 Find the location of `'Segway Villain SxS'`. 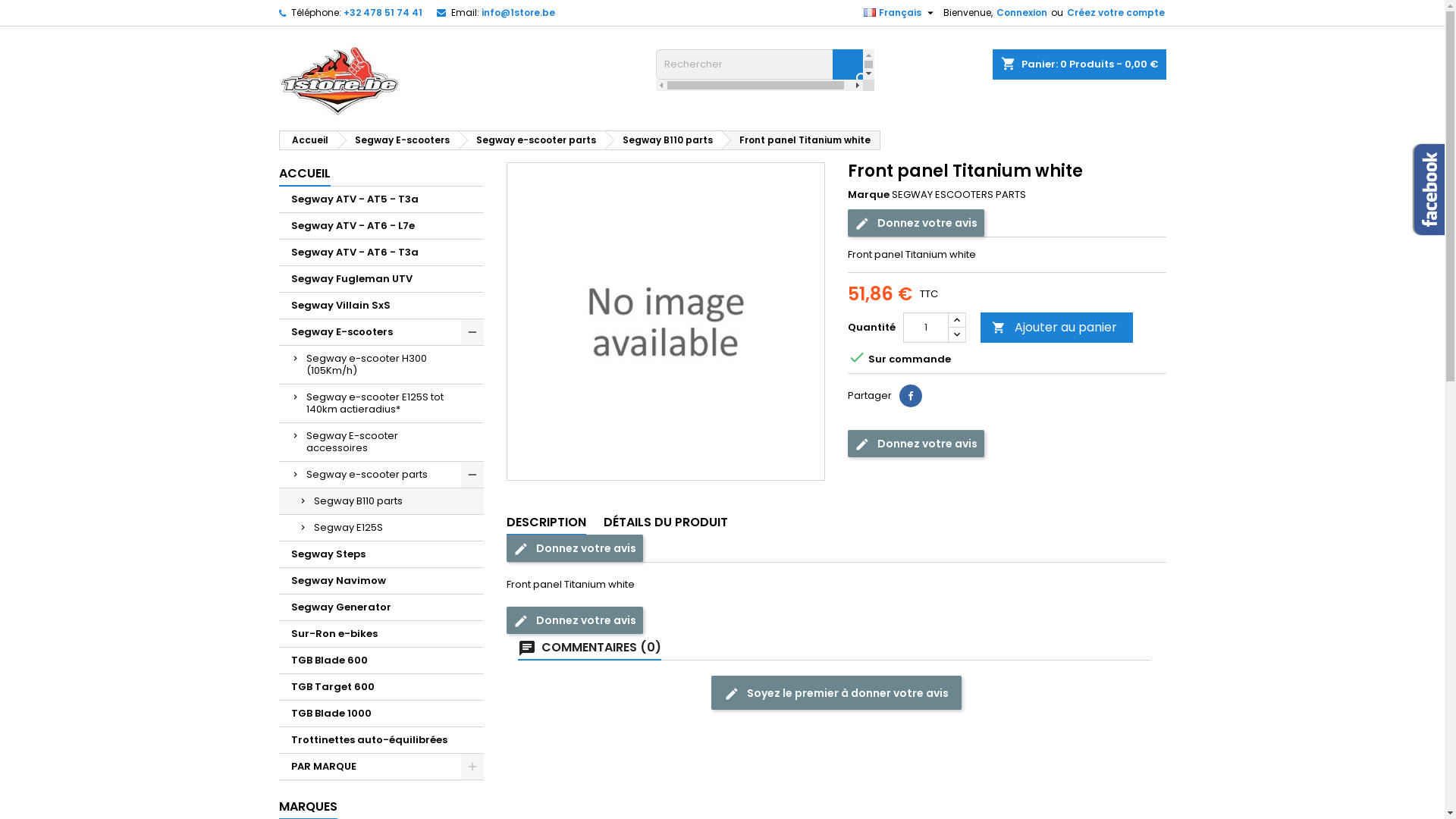

'Segway Villain SxS' is located at coordinates (381, 306).